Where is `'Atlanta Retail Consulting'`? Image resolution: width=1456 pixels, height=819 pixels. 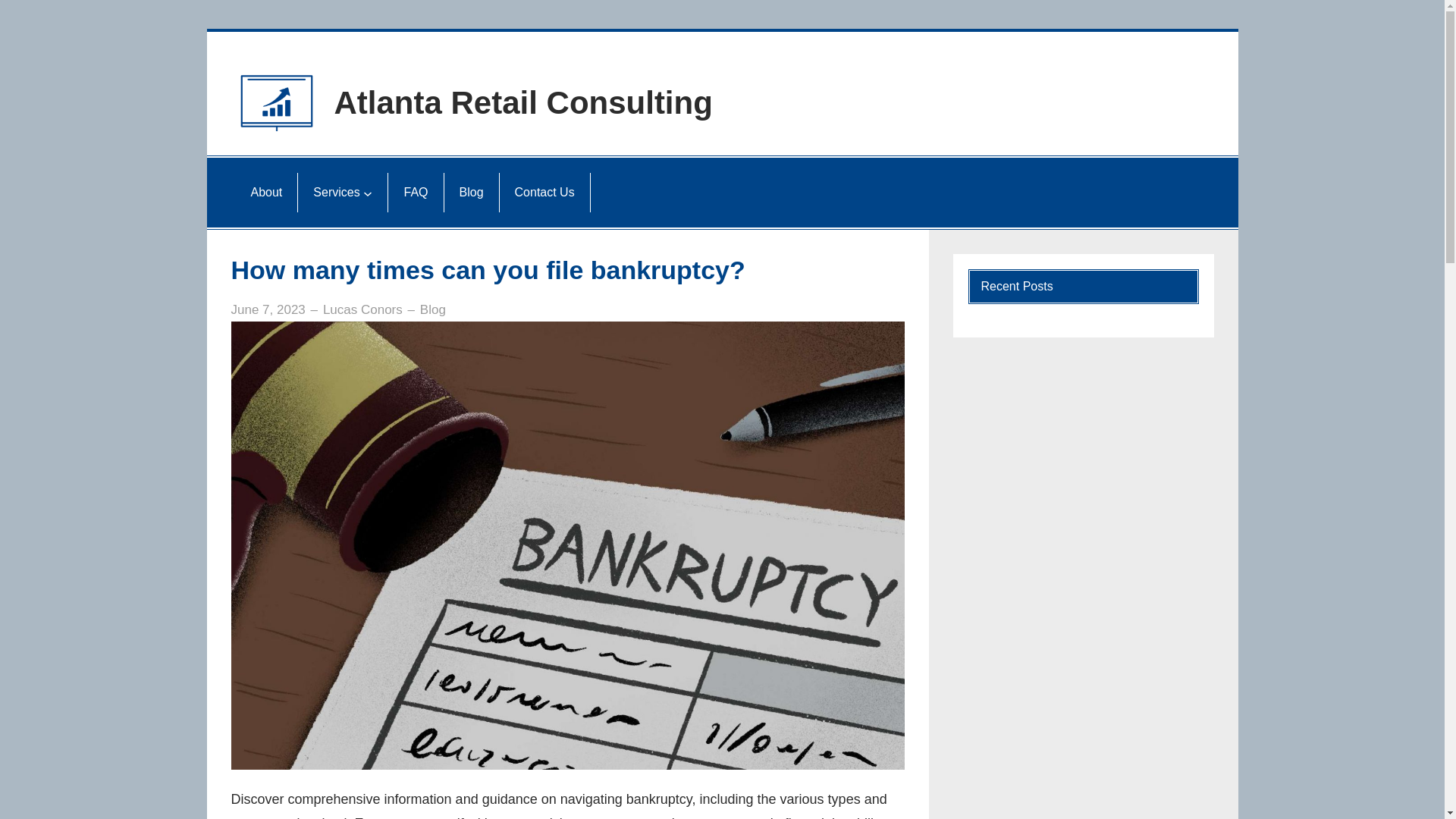
'Atlanta Retail Consulting' is located at coordinates (522, 102).